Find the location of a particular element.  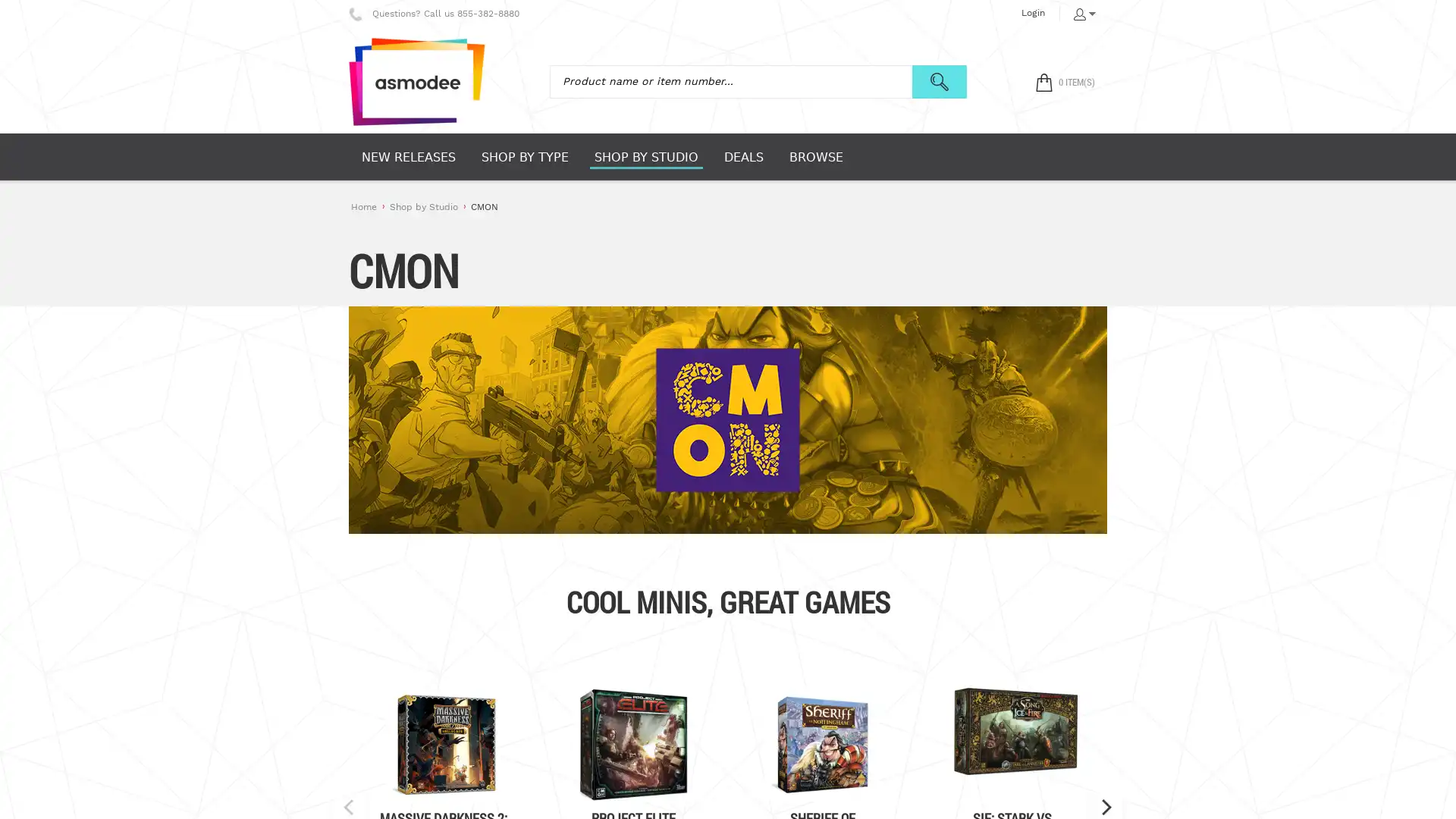

Search products is located at coordinates (938, 82).